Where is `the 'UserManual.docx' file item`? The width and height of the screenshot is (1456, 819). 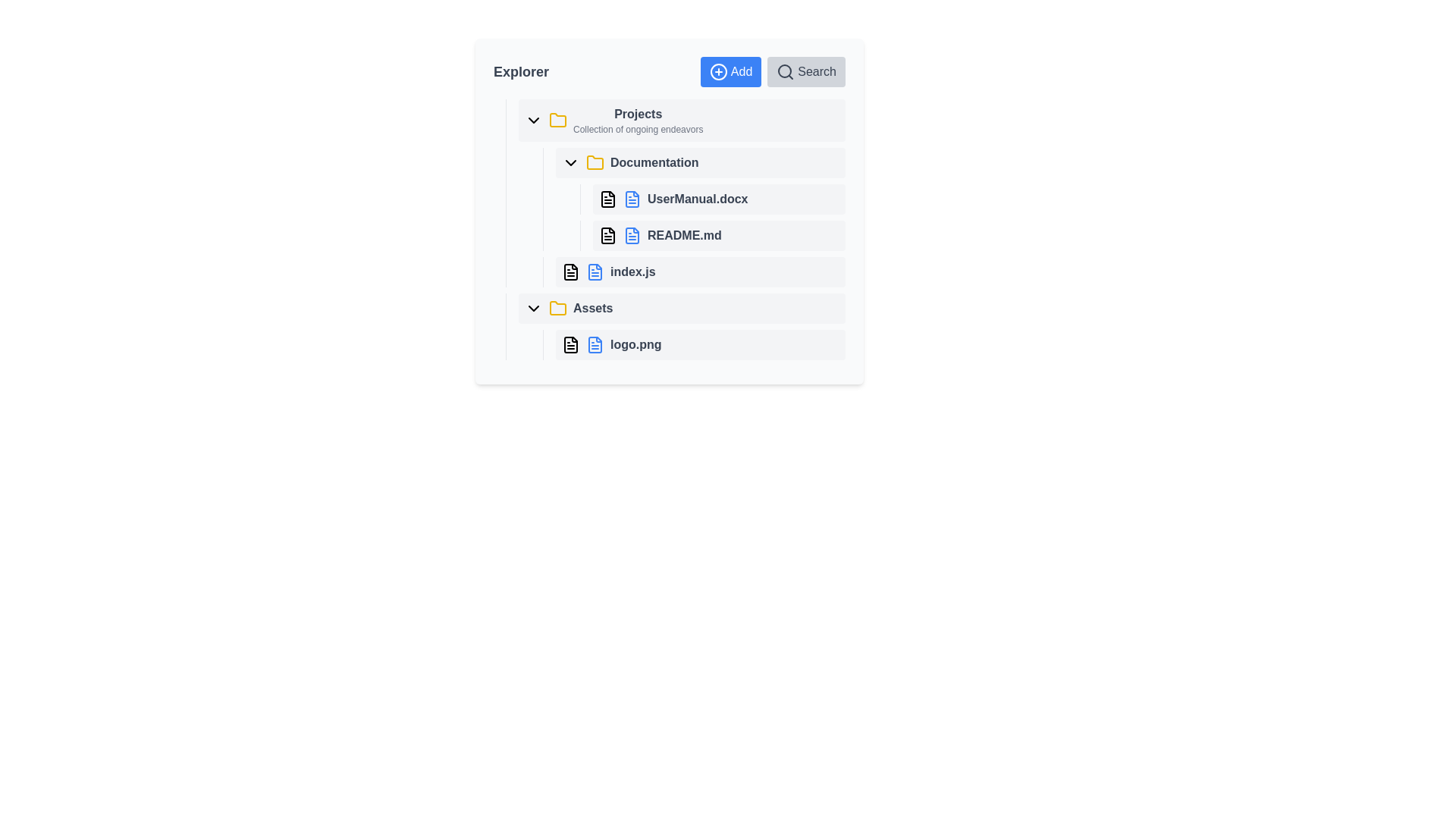 the 'UserManual.docx' file item is located at coordinates (718, 198).